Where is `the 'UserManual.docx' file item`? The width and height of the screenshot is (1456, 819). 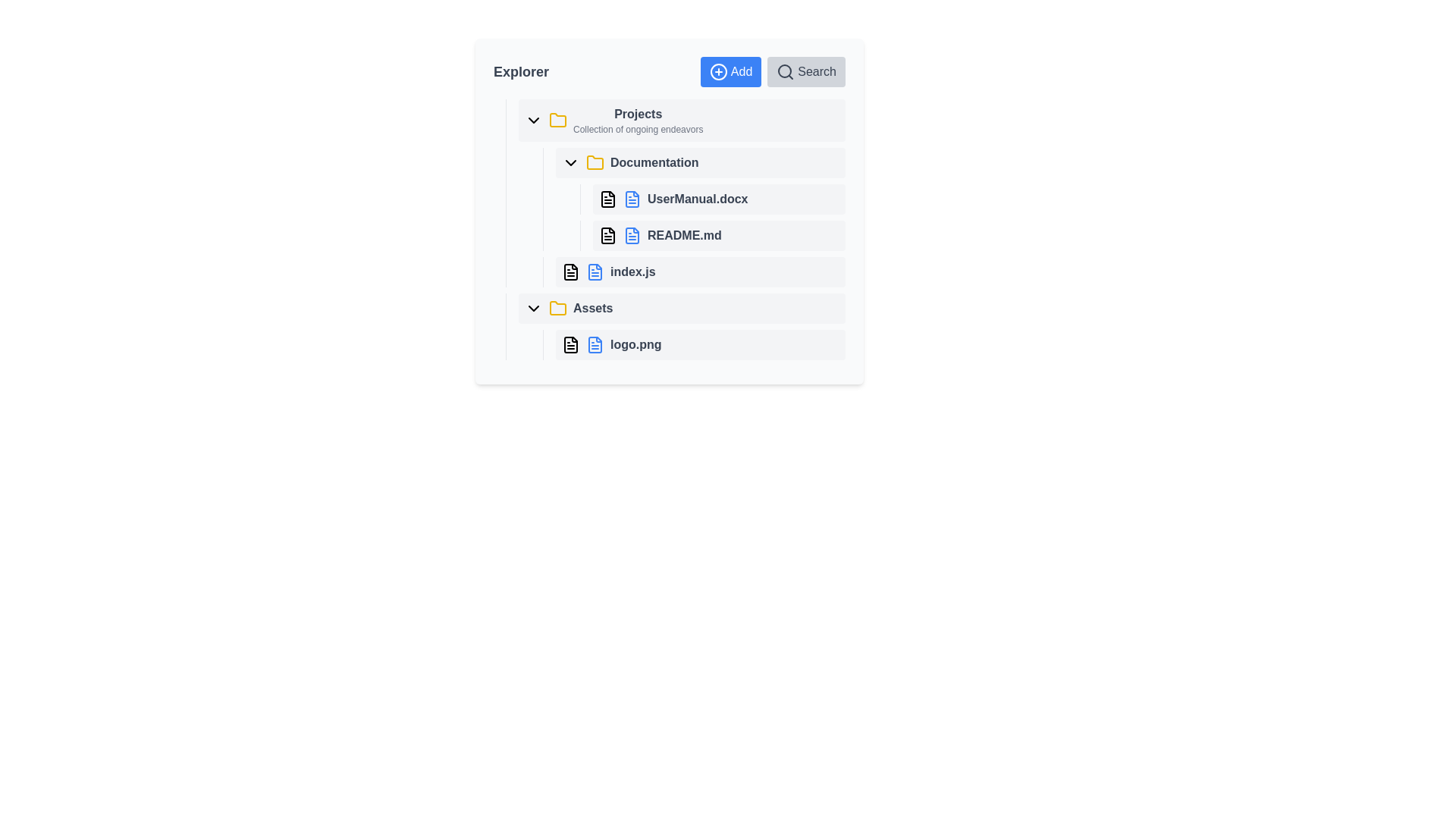 the 'UserManual.docx' file item is located at coordinates (718, 198).